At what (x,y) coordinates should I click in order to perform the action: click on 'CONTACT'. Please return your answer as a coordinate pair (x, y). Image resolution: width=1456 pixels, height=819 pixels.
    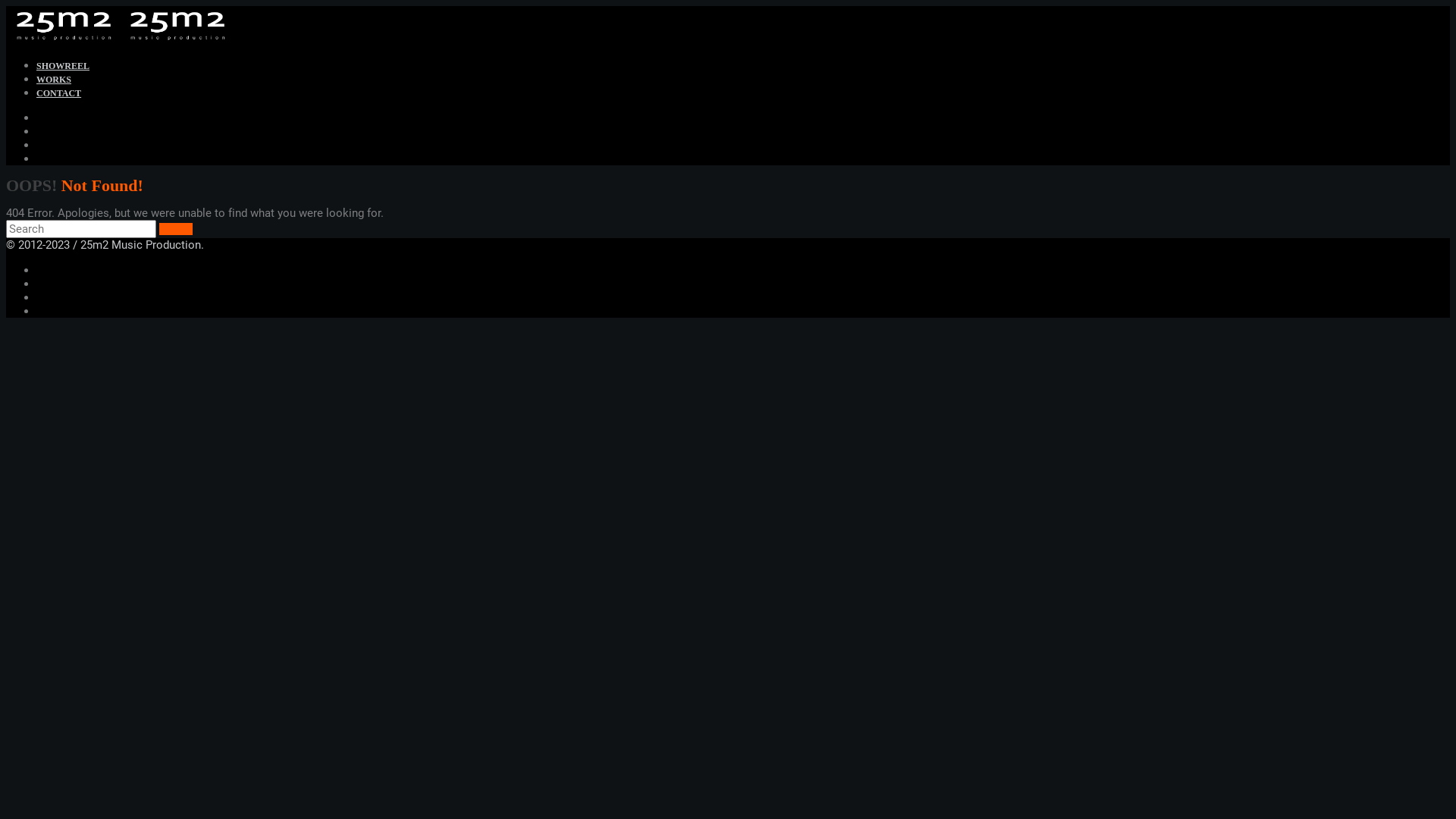
    Looking at the image, I should click on (58, 93).